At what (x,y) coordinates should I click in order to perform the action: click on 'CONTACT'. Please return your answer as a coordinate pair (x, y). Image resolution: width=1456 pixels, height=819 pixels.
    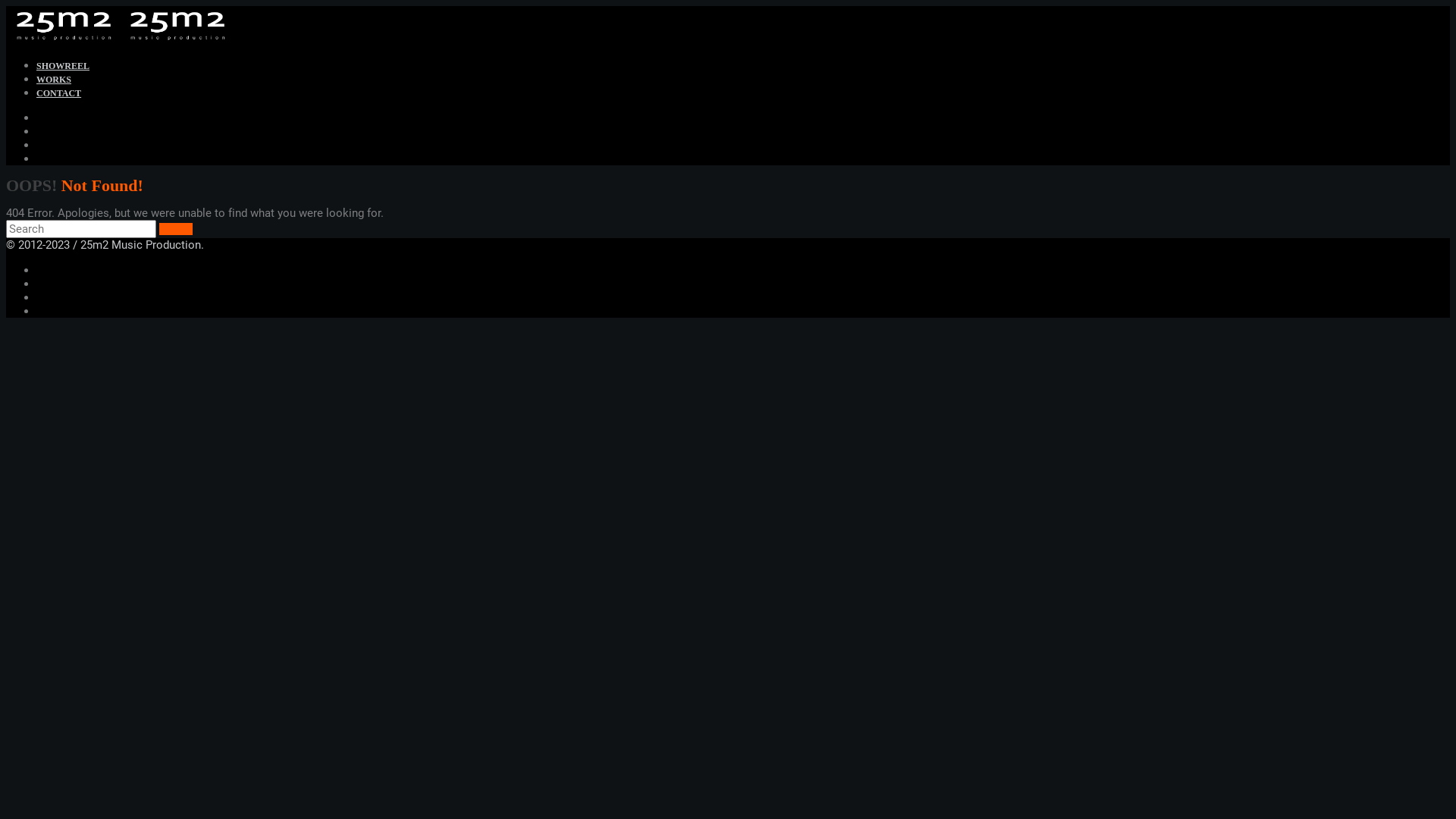
    Looking at the image, I should click on (58, 93).